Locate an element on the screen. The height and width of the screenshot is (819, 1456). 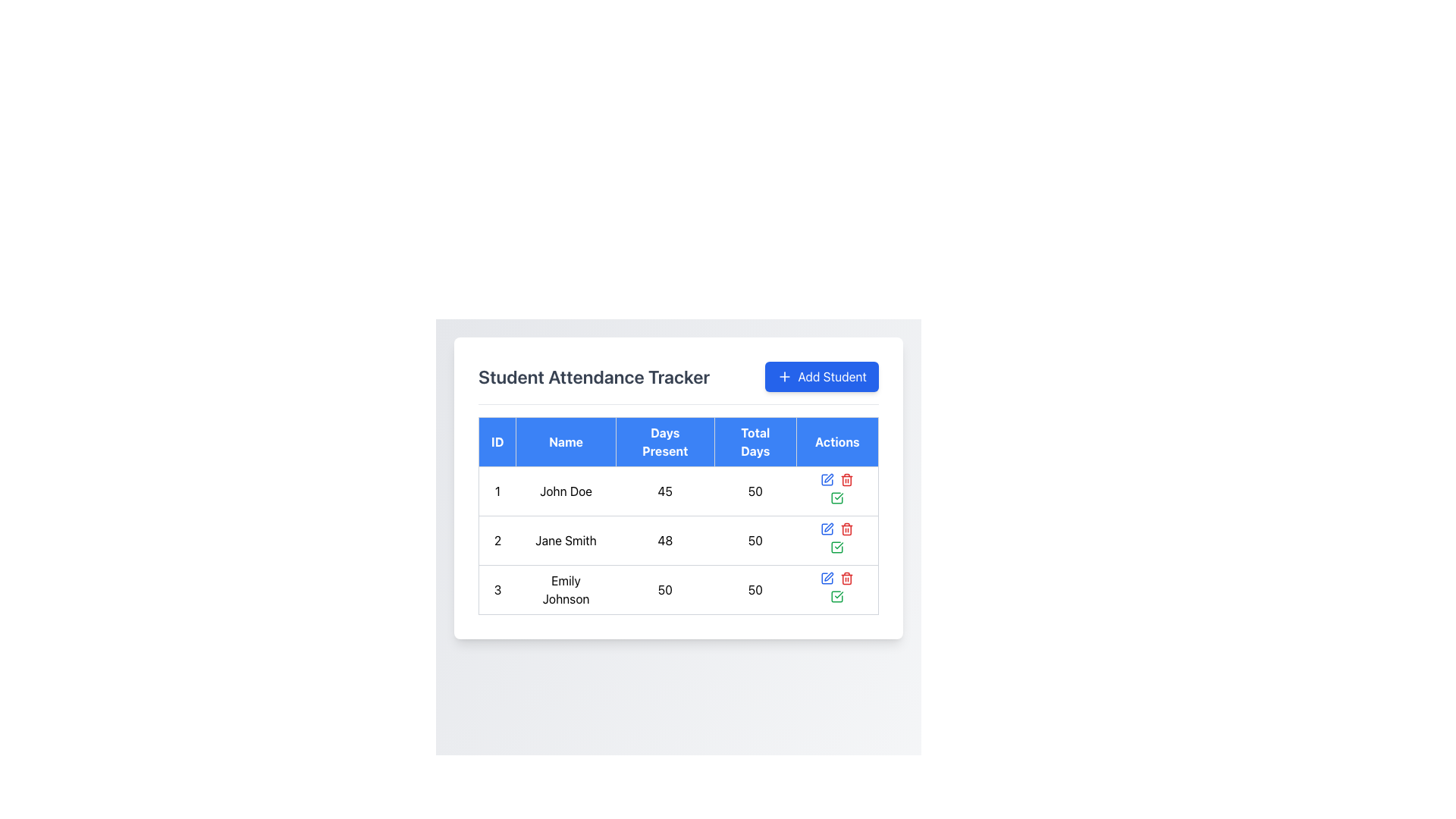
the text element displaying '50' in the second row under the 'Total Days' column, adjacent to '48' and action icons is located at coordinates (755, 540).